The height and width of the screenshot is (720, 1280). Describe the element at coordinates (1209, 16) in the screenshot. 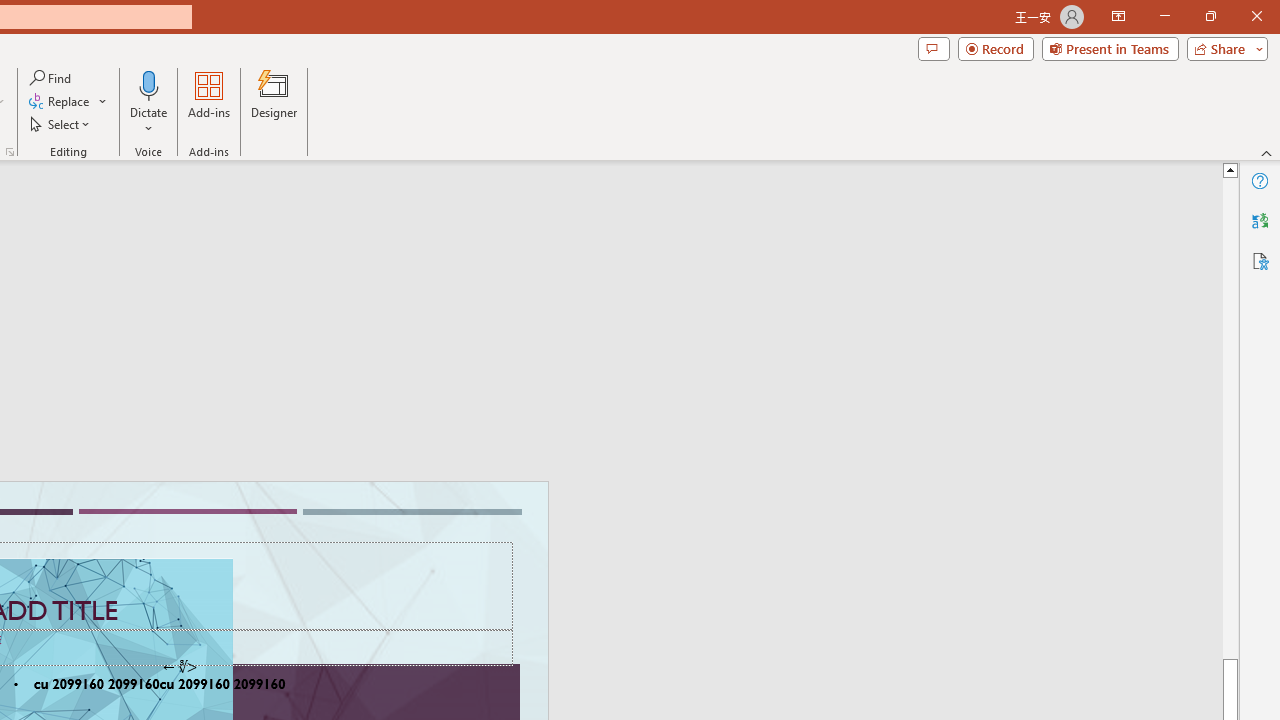

I see `'Restore Down'` at that location.